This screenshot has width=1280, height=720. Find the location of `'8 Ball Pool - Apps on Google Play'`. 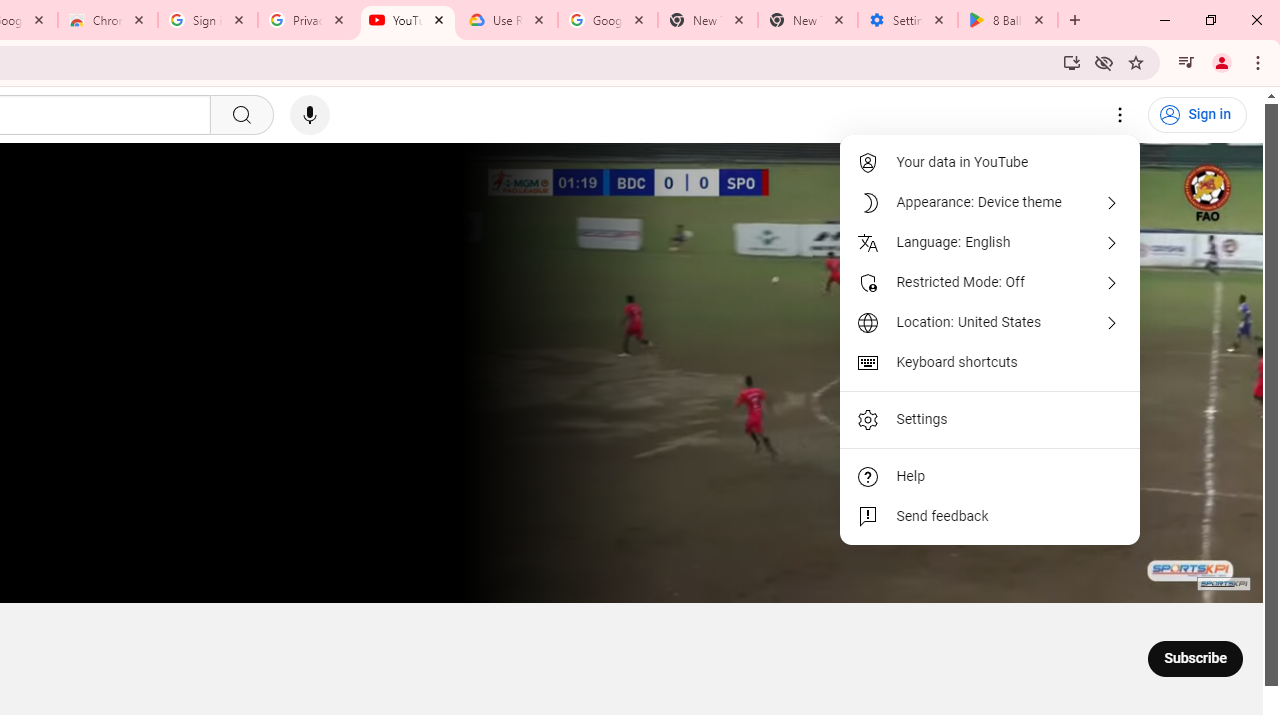

'8 Ball Pool - Apps on Google Play' is located at coordinates (1008, 20).